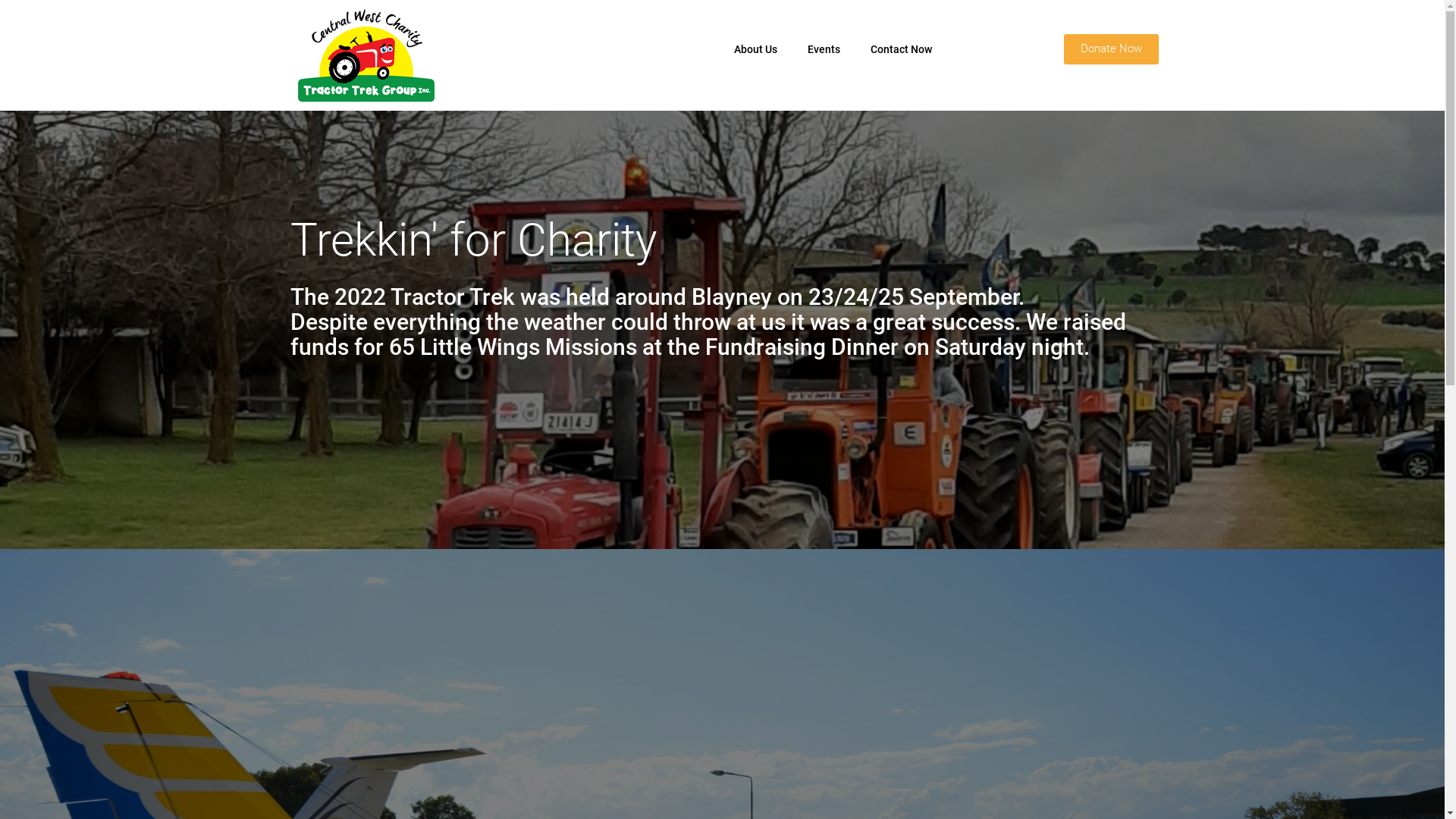  Describe the element at coordinates (755, 49) in the screenshot. I see `'About Us'` at that location.